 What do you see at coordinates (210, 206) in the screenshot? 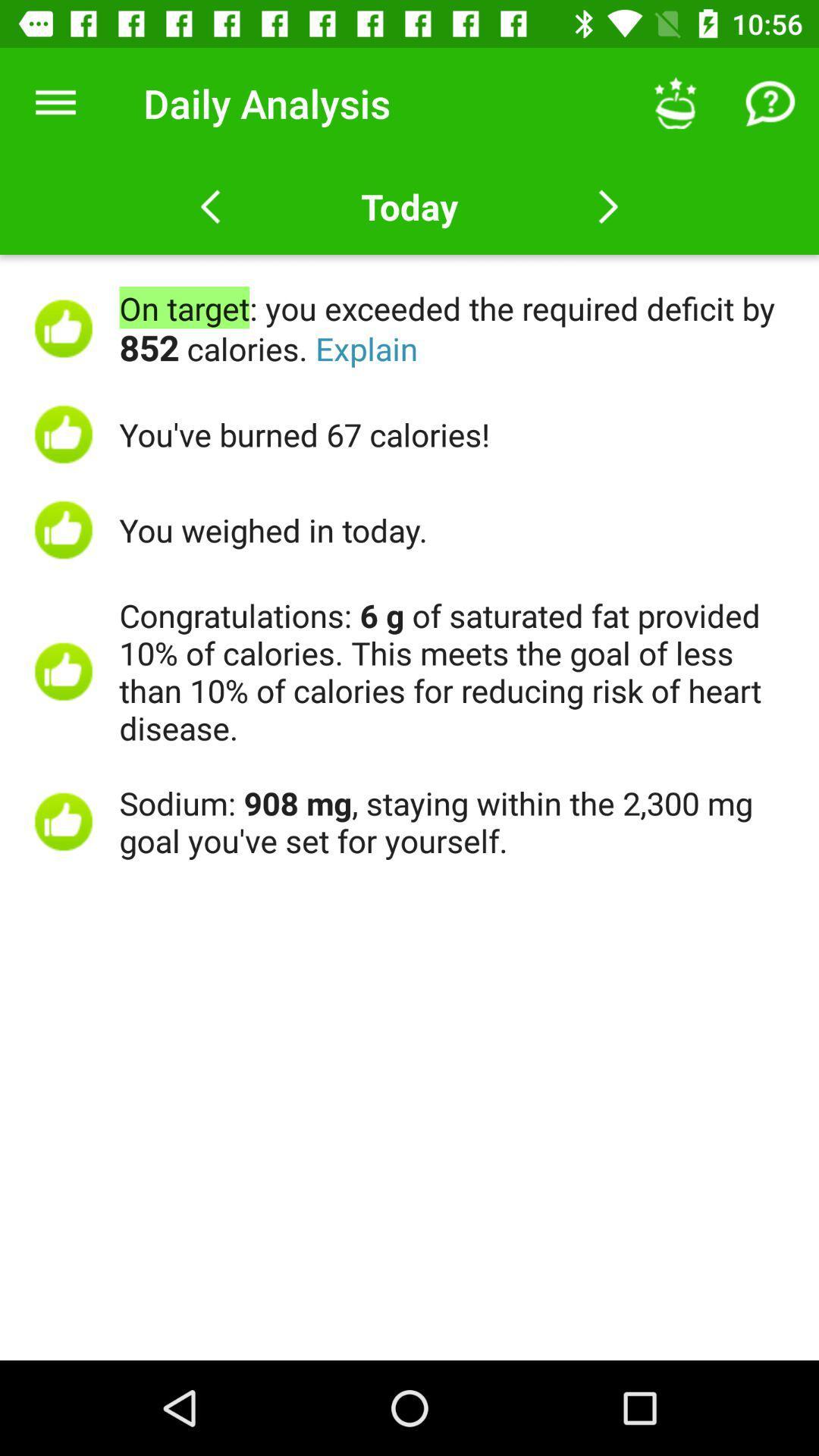
I see `previous day` at bounding box center [210, 206].